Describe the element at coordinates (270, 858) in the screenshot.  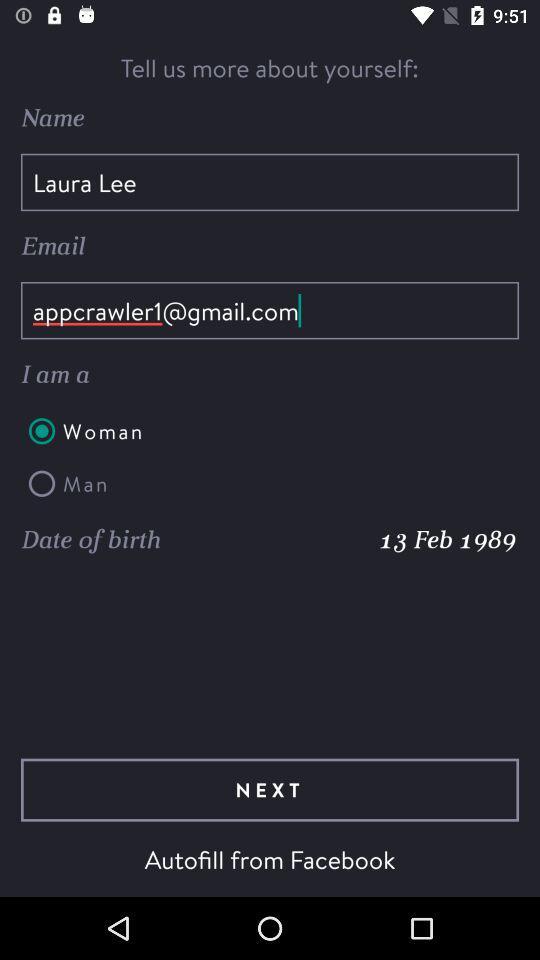
I see `the autofill from facebook item` at that location.